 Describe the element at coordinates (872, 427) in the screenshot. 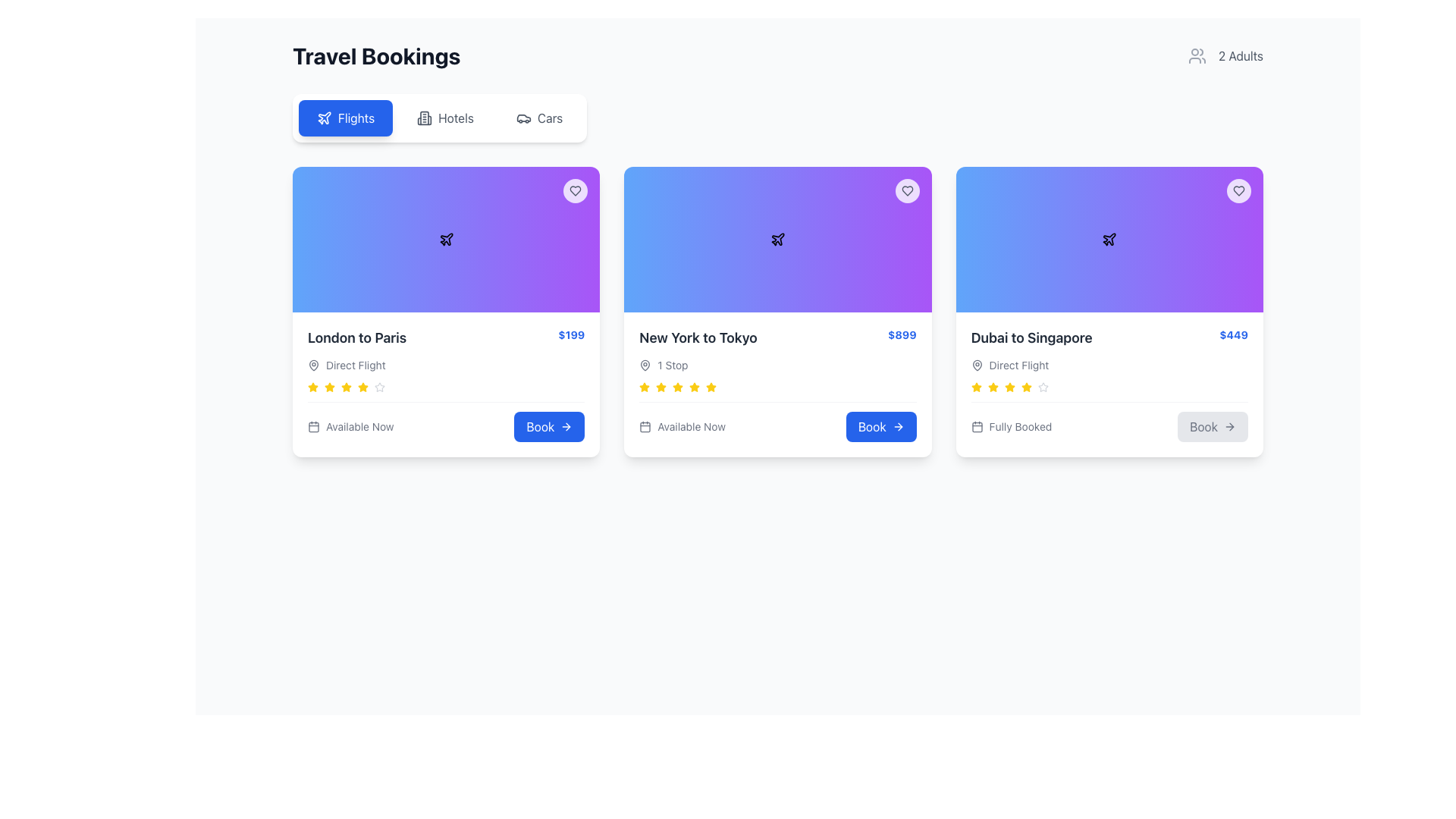

I see `text label 'Book' which is displayed in white color on a blue button with rounded corners located at the bottom-right corner of the card titled 'New York to Tokyo'` at that location.